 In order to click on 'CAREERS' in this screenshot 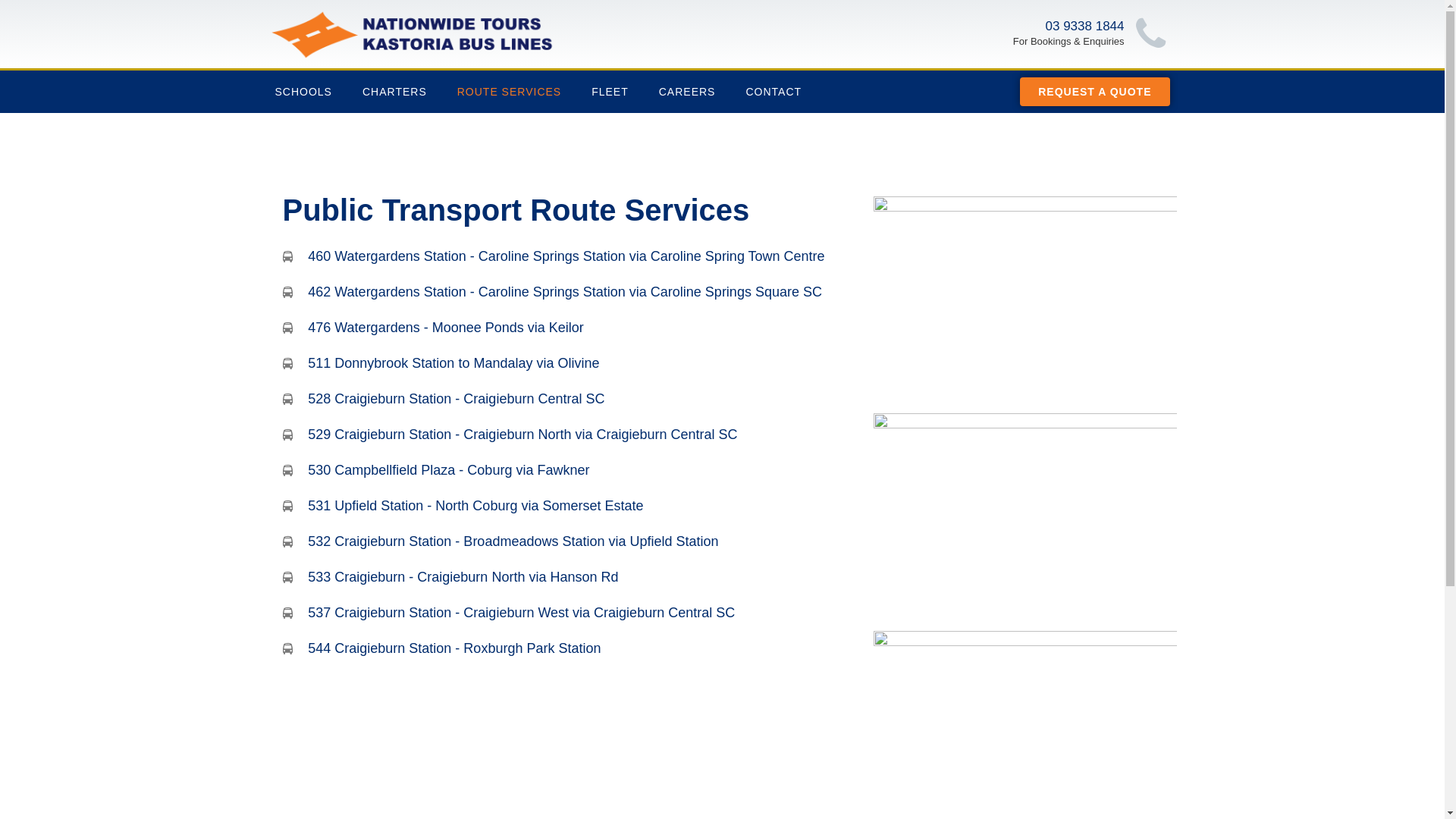, I will do `click(644, 91)`.